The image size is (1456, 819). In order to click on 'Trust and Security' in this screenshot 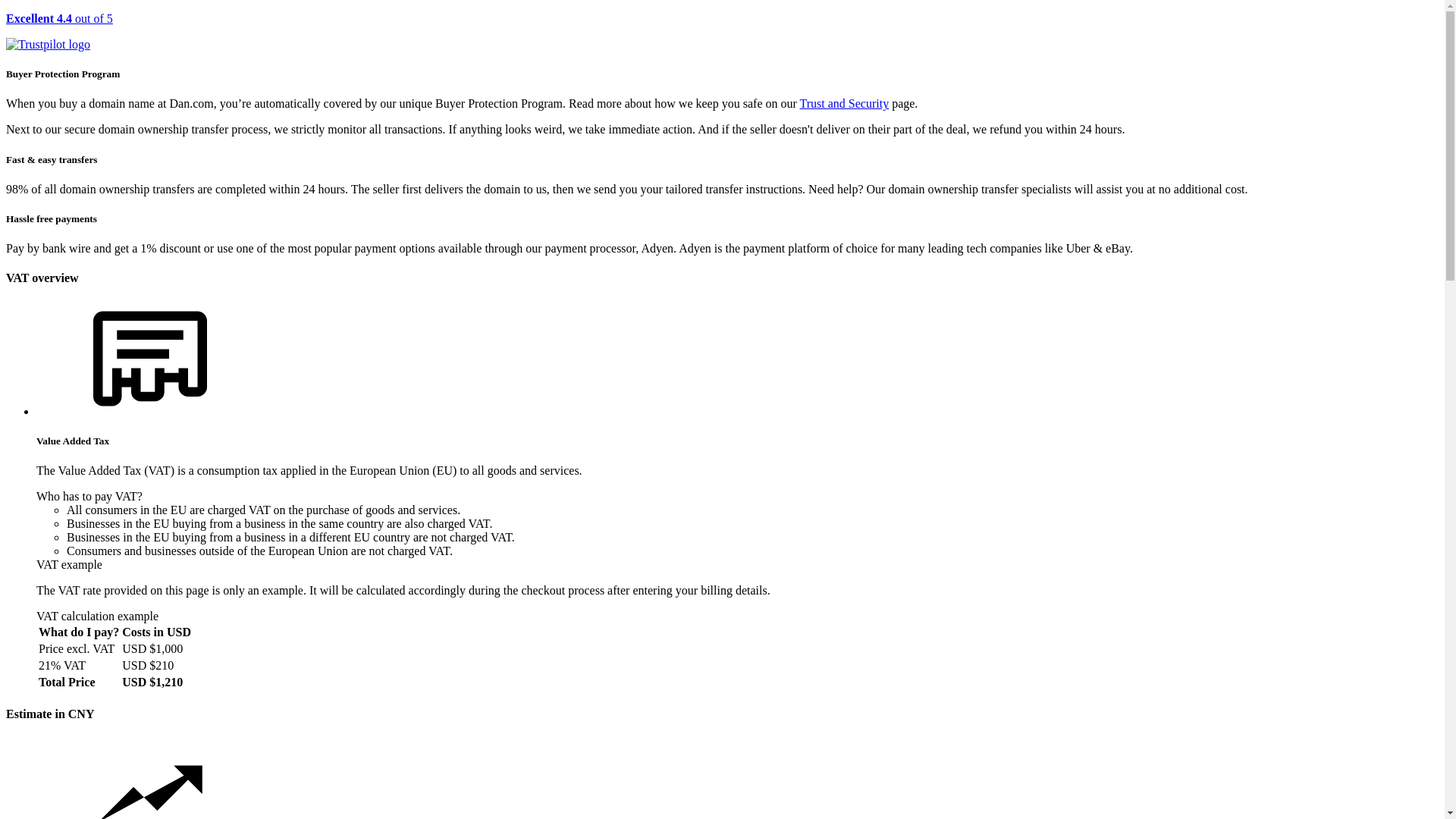, I will do `click(843, 102)`.